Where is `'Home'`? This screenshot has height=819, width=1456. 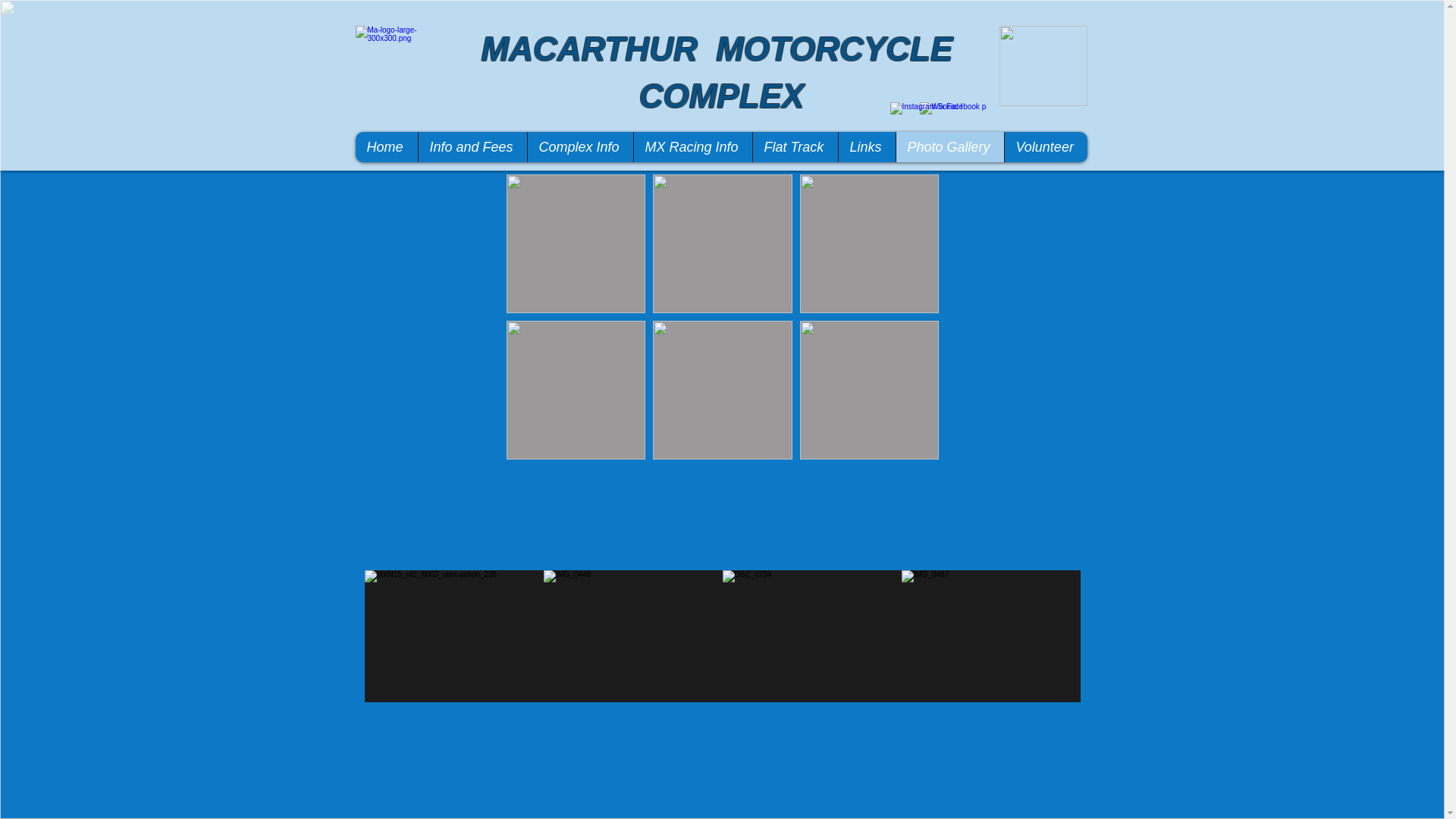
'Home' is located at coordinates (385, 146).